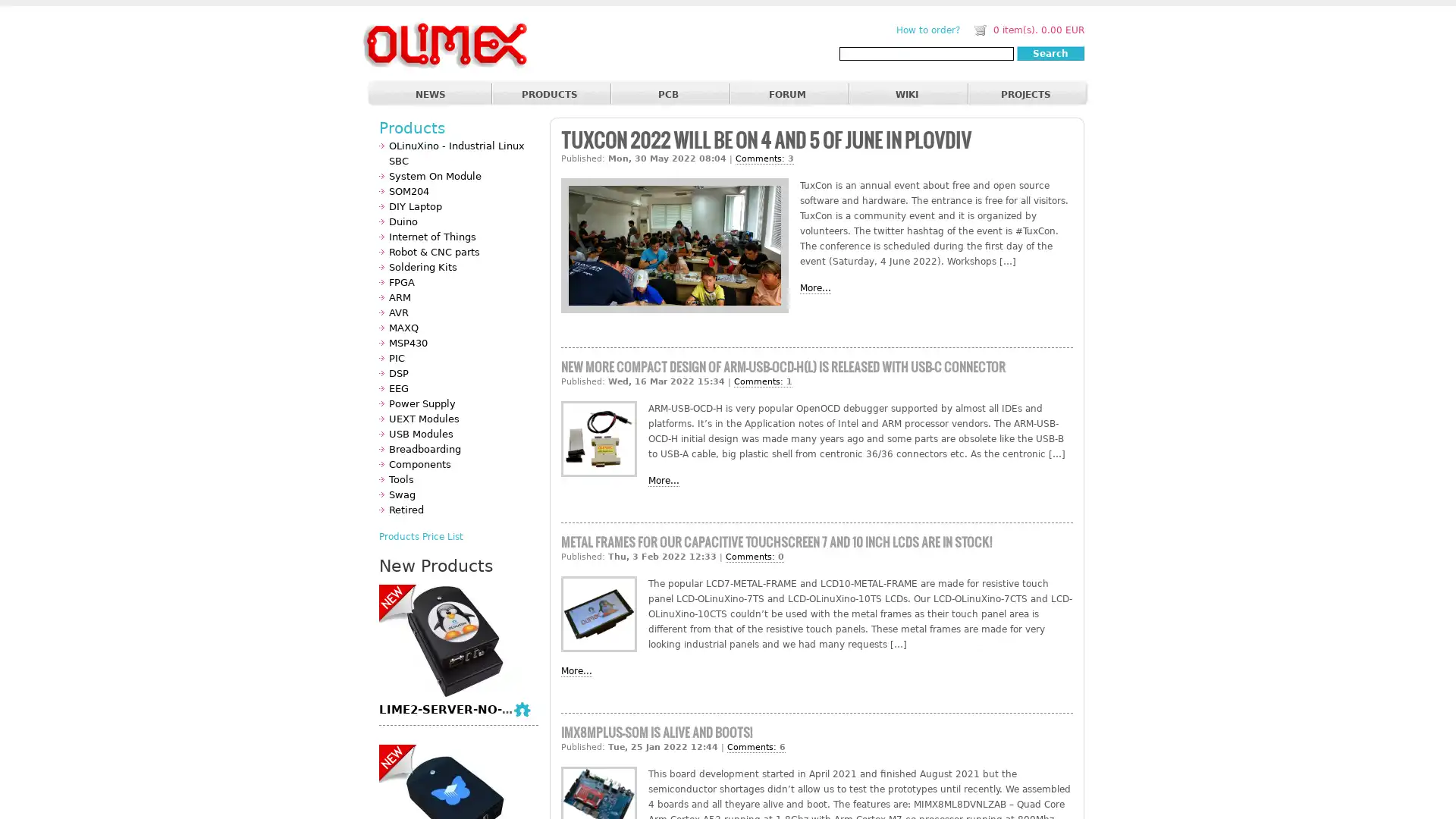 Image resolution: width=1456 pixels, height=819 pixels. What do you see at coordinates (1050, 52) in the screenshot?
I see `Search` at bounding box center [1050, 52].